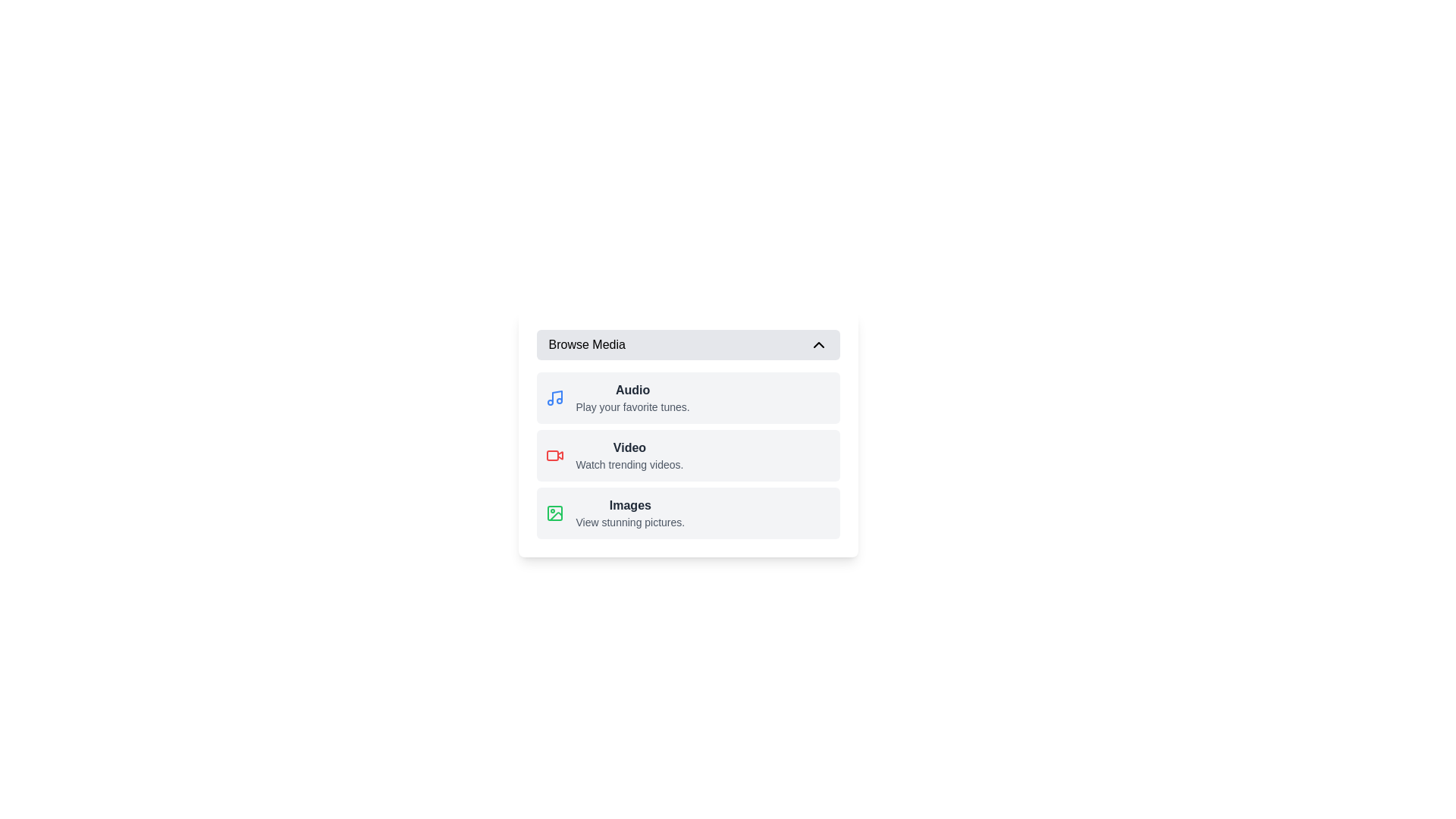 The image size is (1456, 819). I want to click on the 'View Images' button, so click(687, 513).